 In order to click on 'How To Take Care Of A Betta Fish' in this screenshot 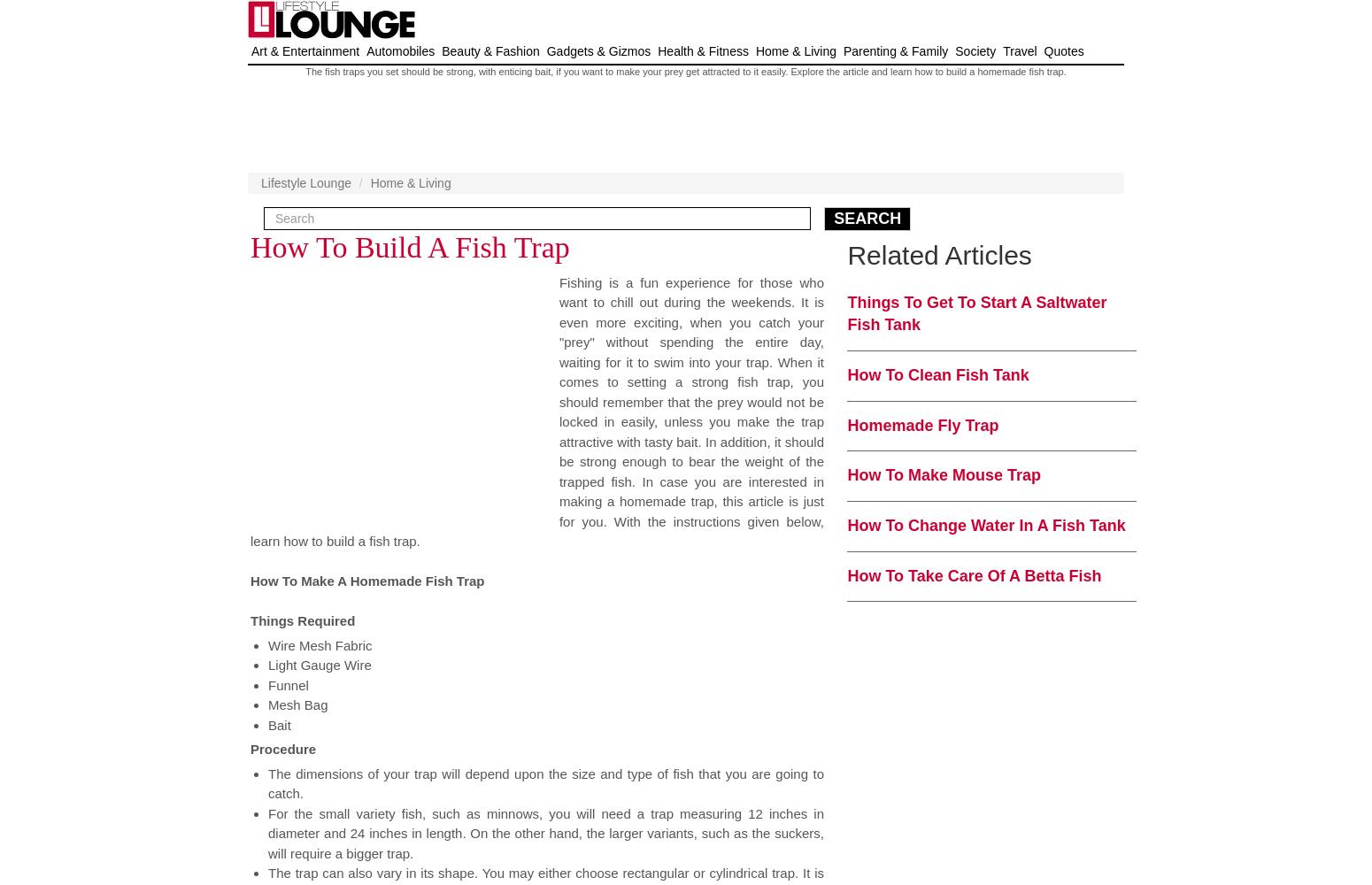, I will do `click(973, 575)`.